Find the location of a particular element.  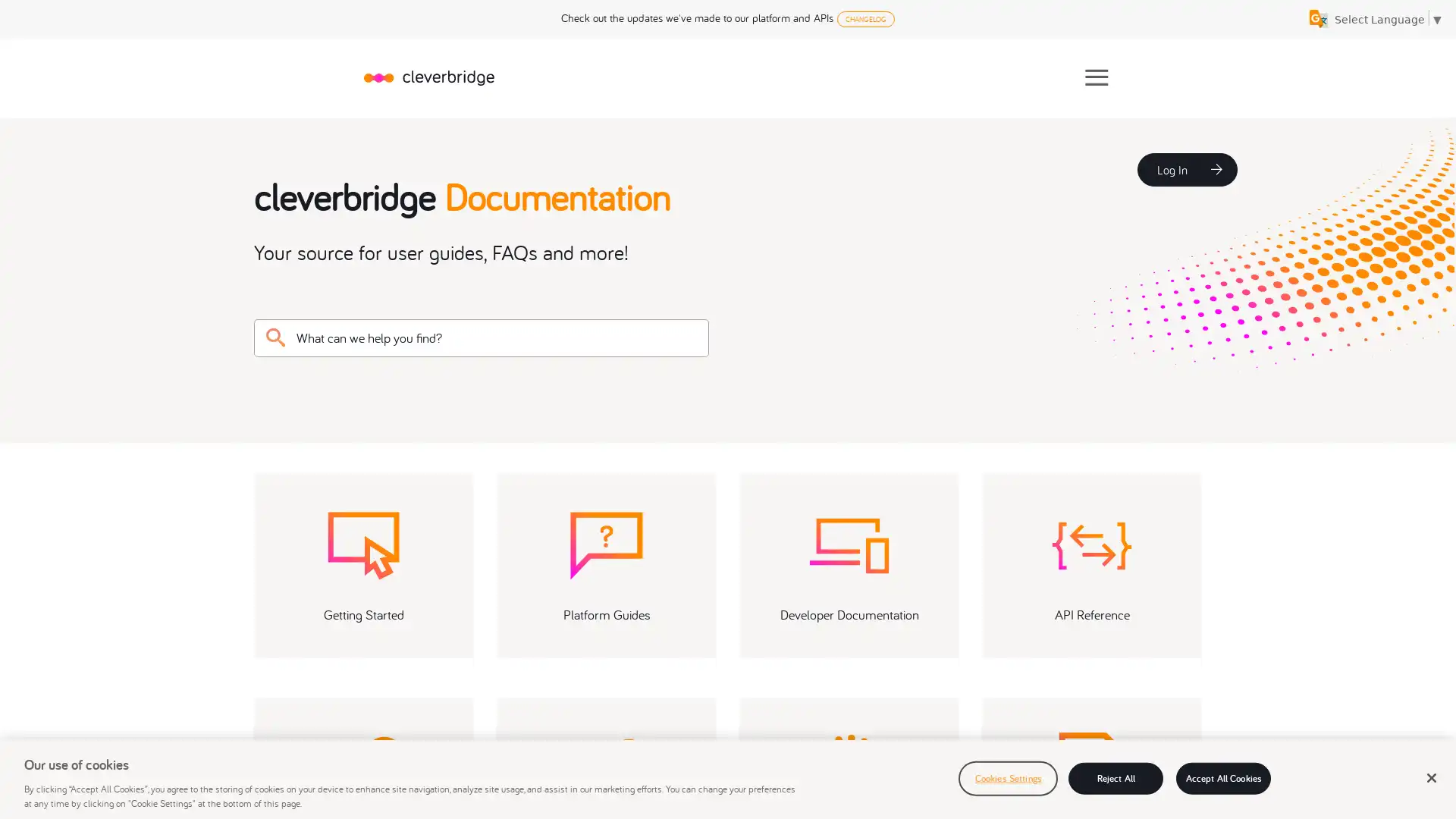

Accept All Cookies is located at coordinates (1223, 778).